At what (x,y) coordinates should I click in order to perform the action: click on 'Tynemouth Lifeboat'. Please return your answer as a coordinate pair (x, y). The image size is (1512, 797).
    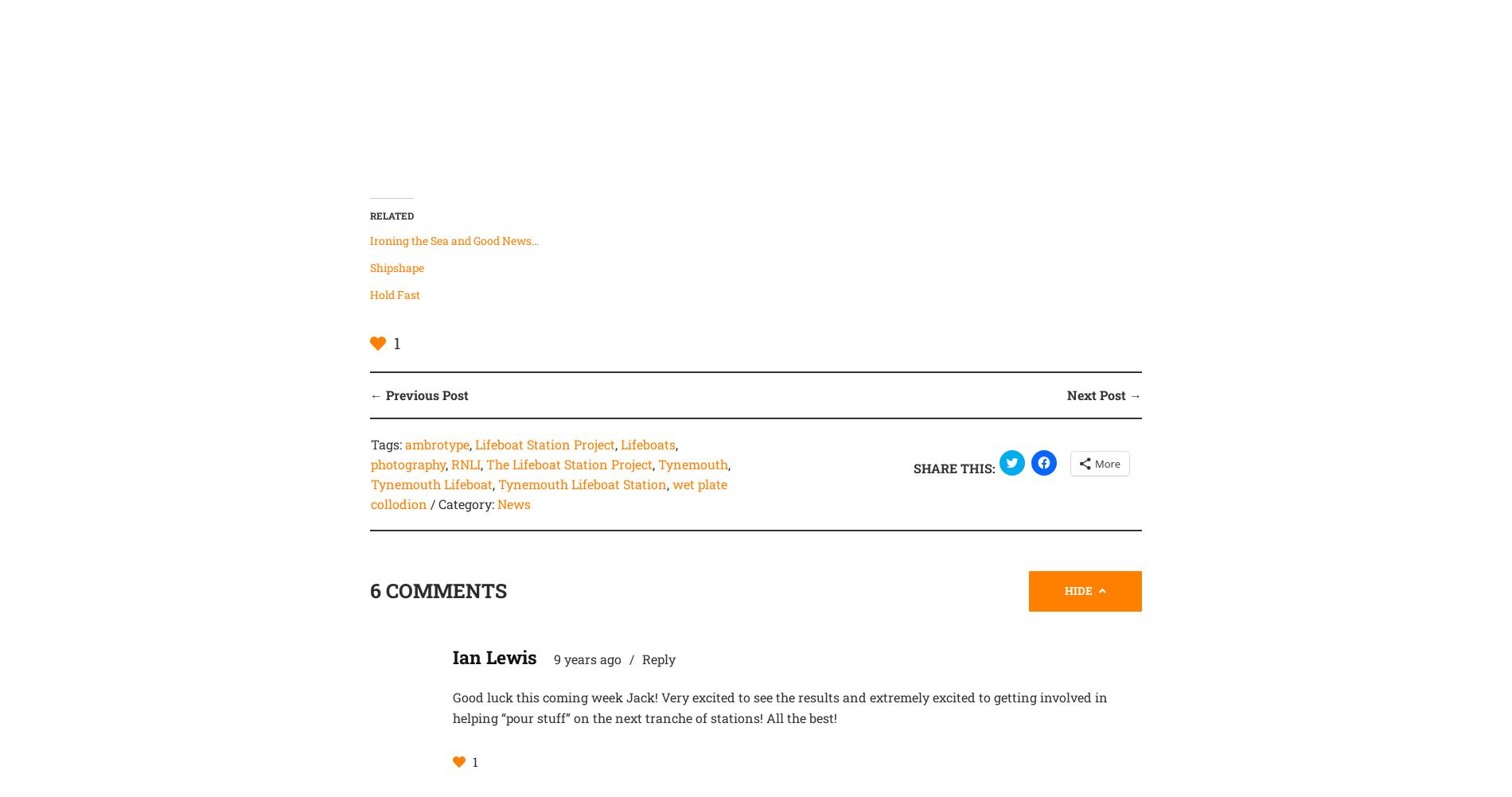
    Looking at the image, I should click on (431, 482).